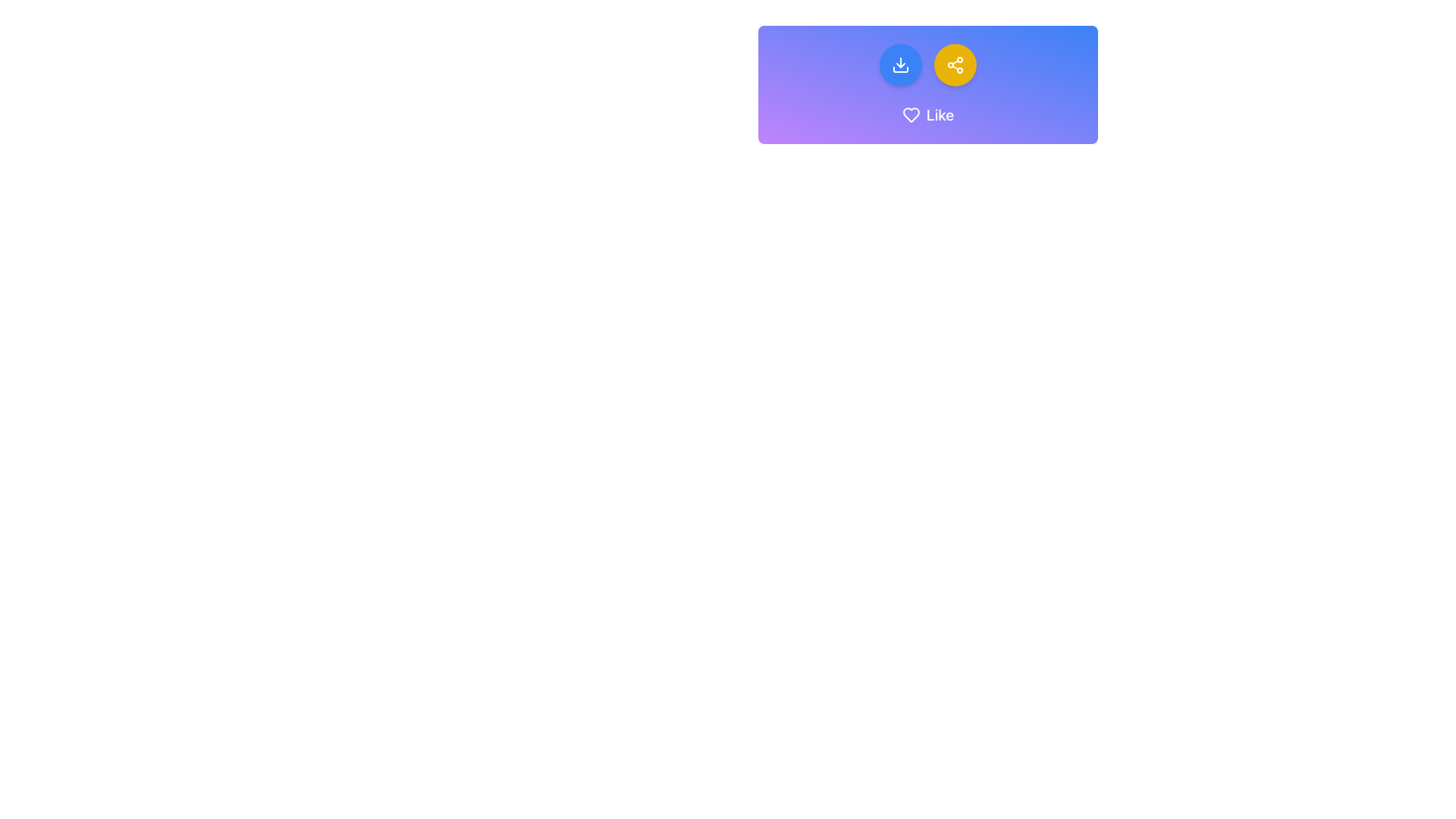  I want to click on the button group containing a blue download button and a yellow share button, so click(927, 64).